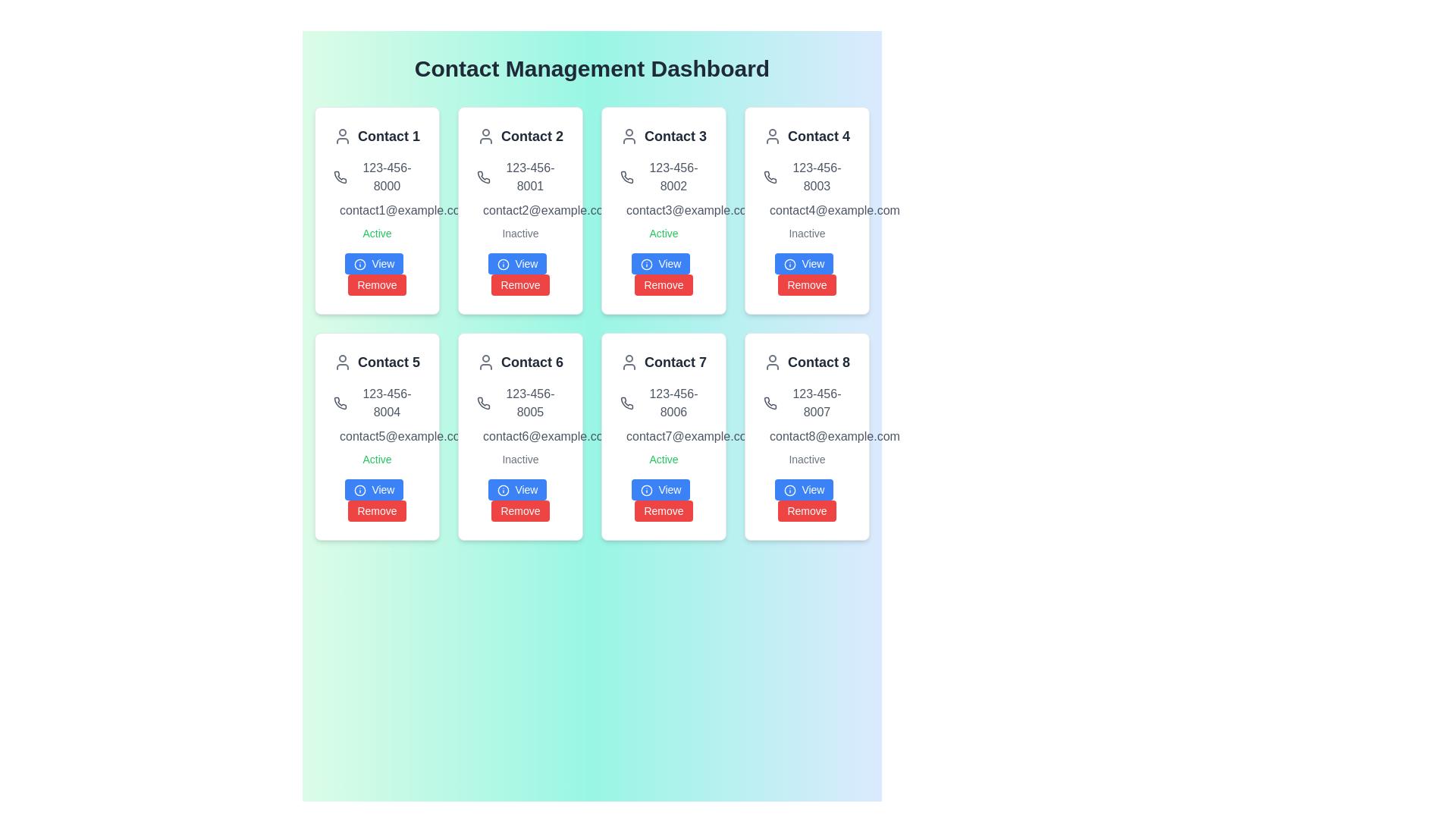  I want to click on the black and white telephone icon located in the 'Contact 6' card, which is adjacent to the phone number '123-456-8005', so click(483, 403).